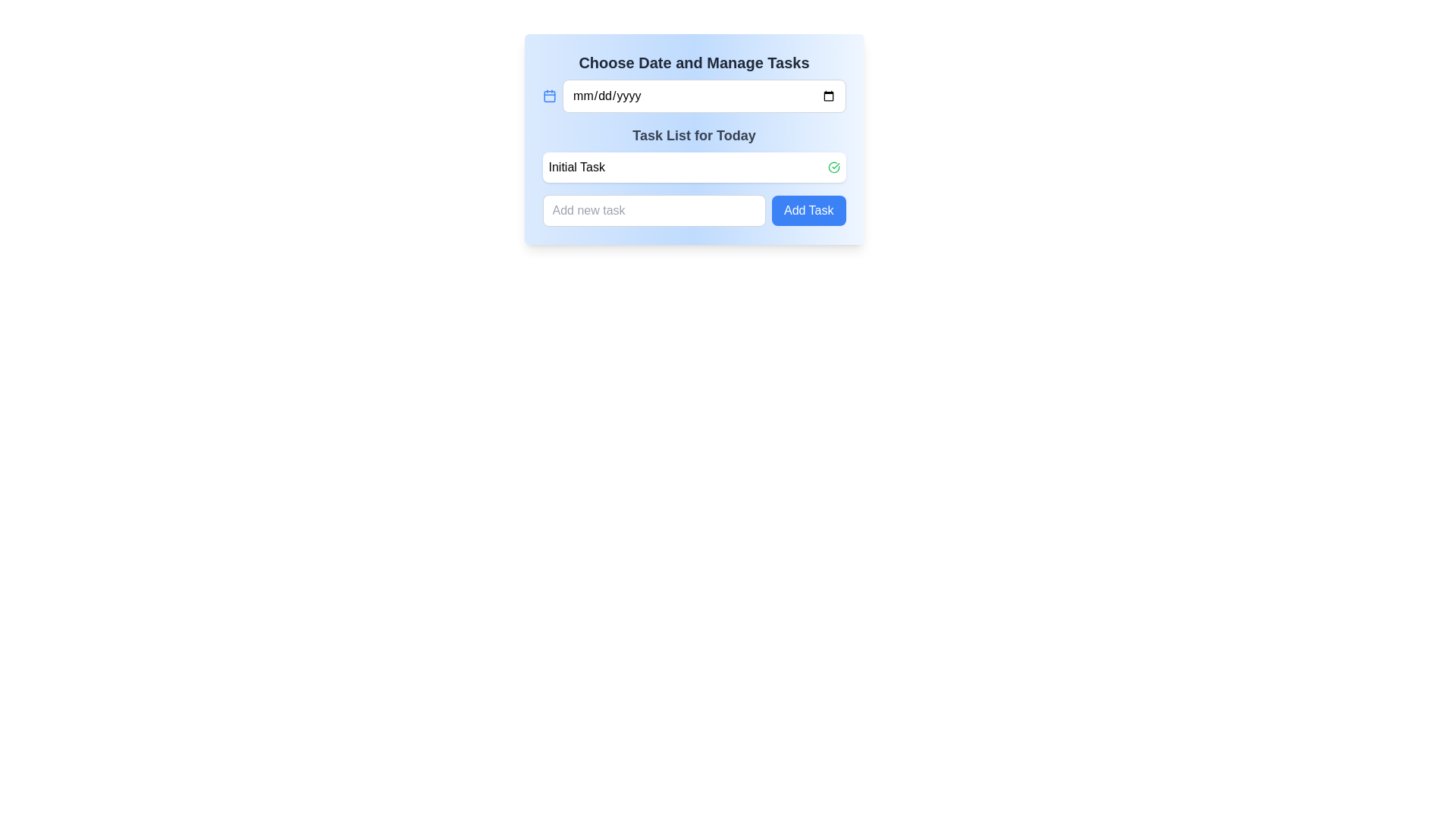 Image resolution: width=1456 pixels, height=819 pixels. What do you see at coordinates (693, 62) in the screenshot?
I see `the Text (Header) element that serves as a descriptive header for the interface, positioned at the top center of the panel above the date selection input field` at bounding box center [693, 62].